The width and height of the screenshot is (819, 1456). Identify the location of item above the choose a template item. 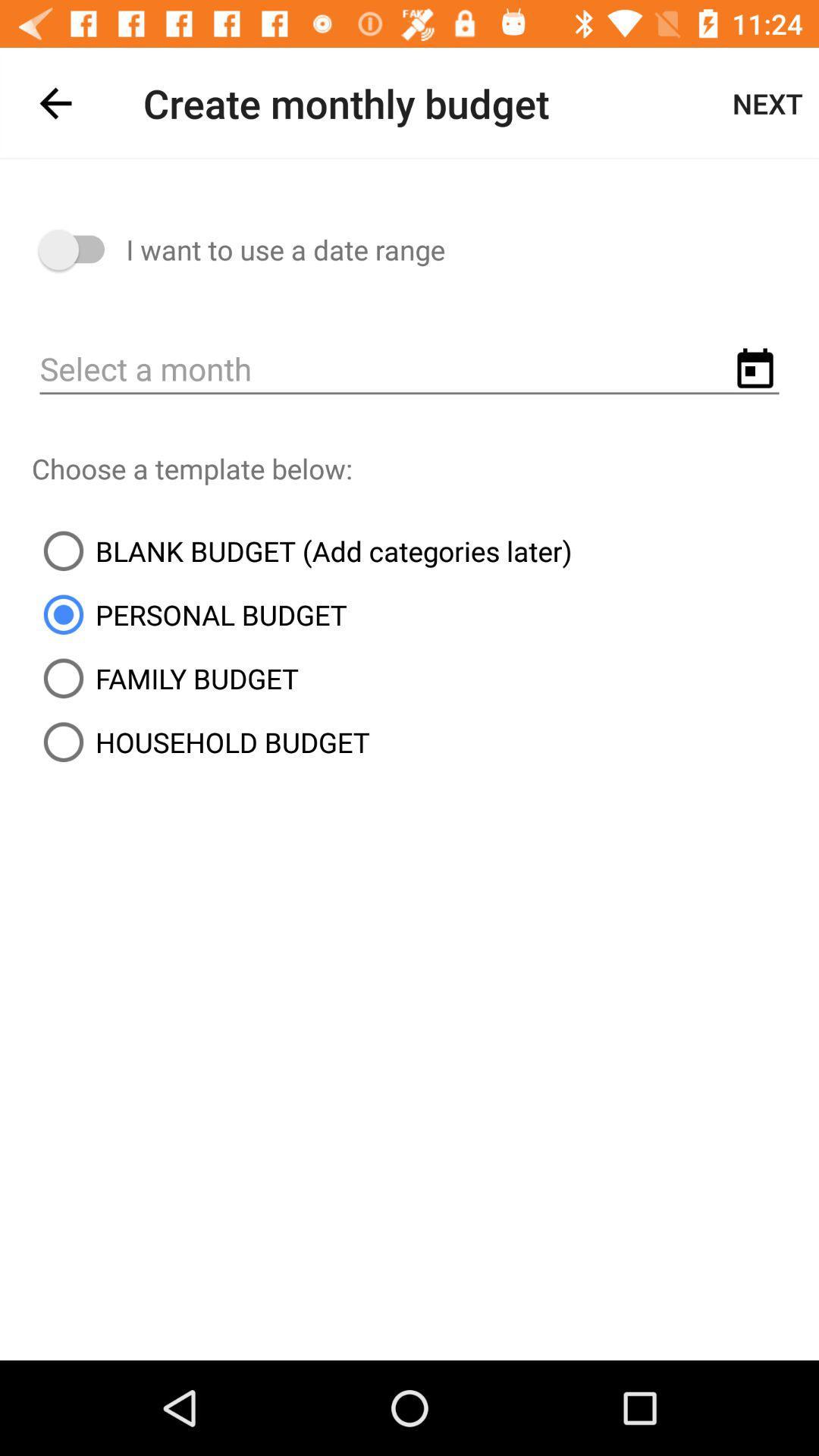
(409, 370).